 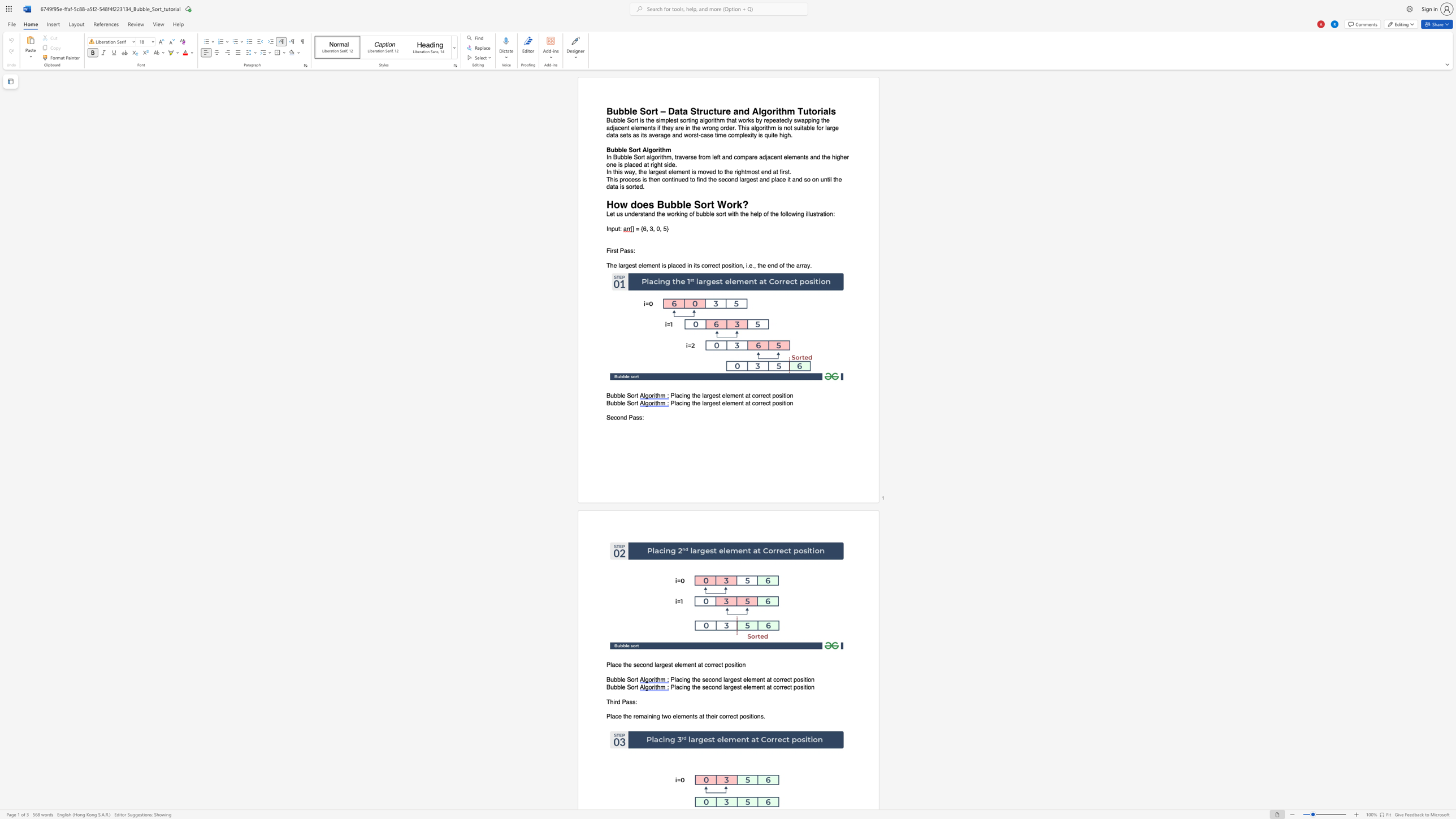 I want to click on the subset text "Sort – Data Stru" within the text "Bubble Sort – Data Structure and Algorithm Tutorials", so click(x=639, y=111).